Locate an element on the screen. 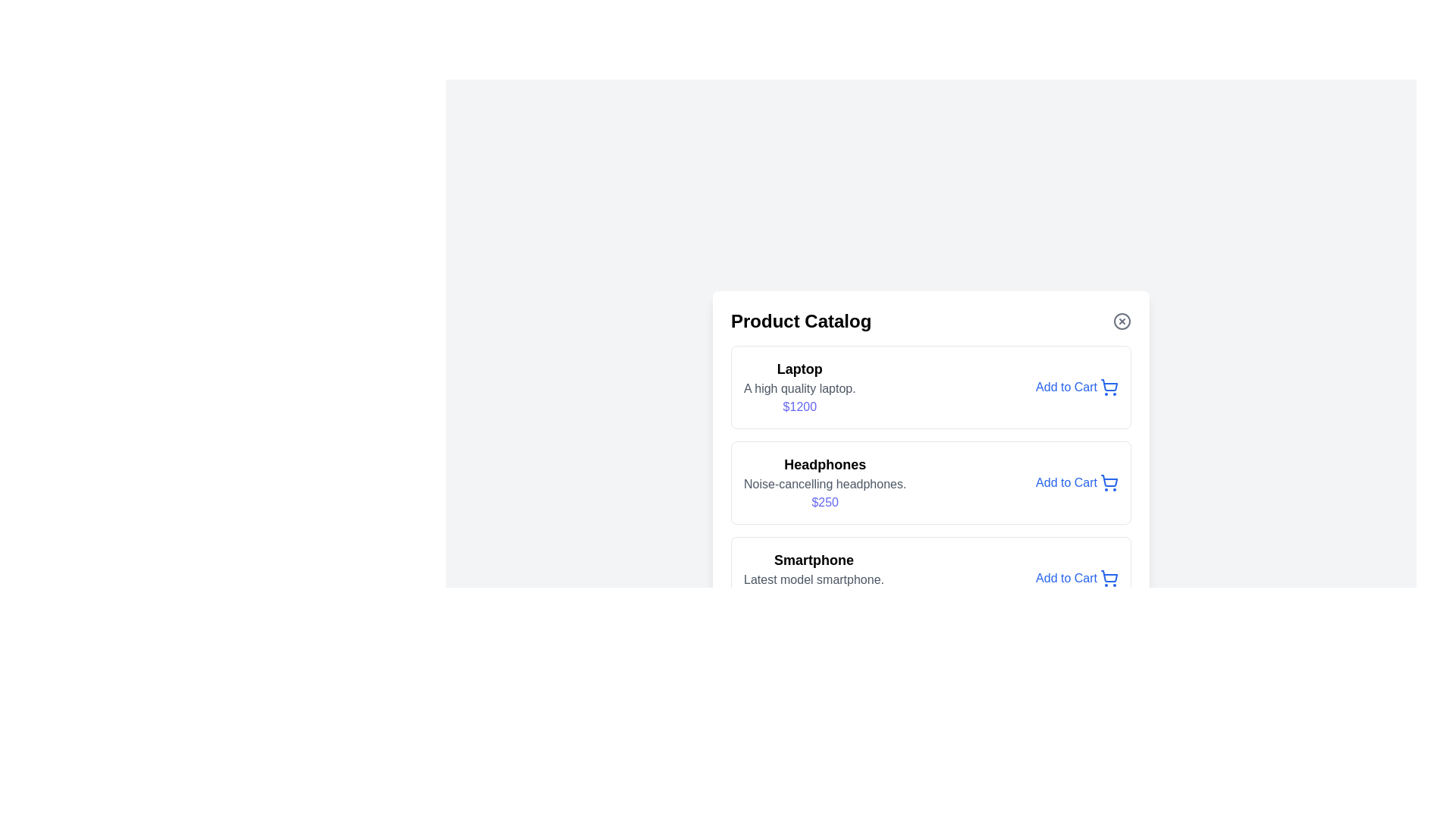  the 'Add to Cart' button for the product Headphones is located at coordinates (1076, 482).